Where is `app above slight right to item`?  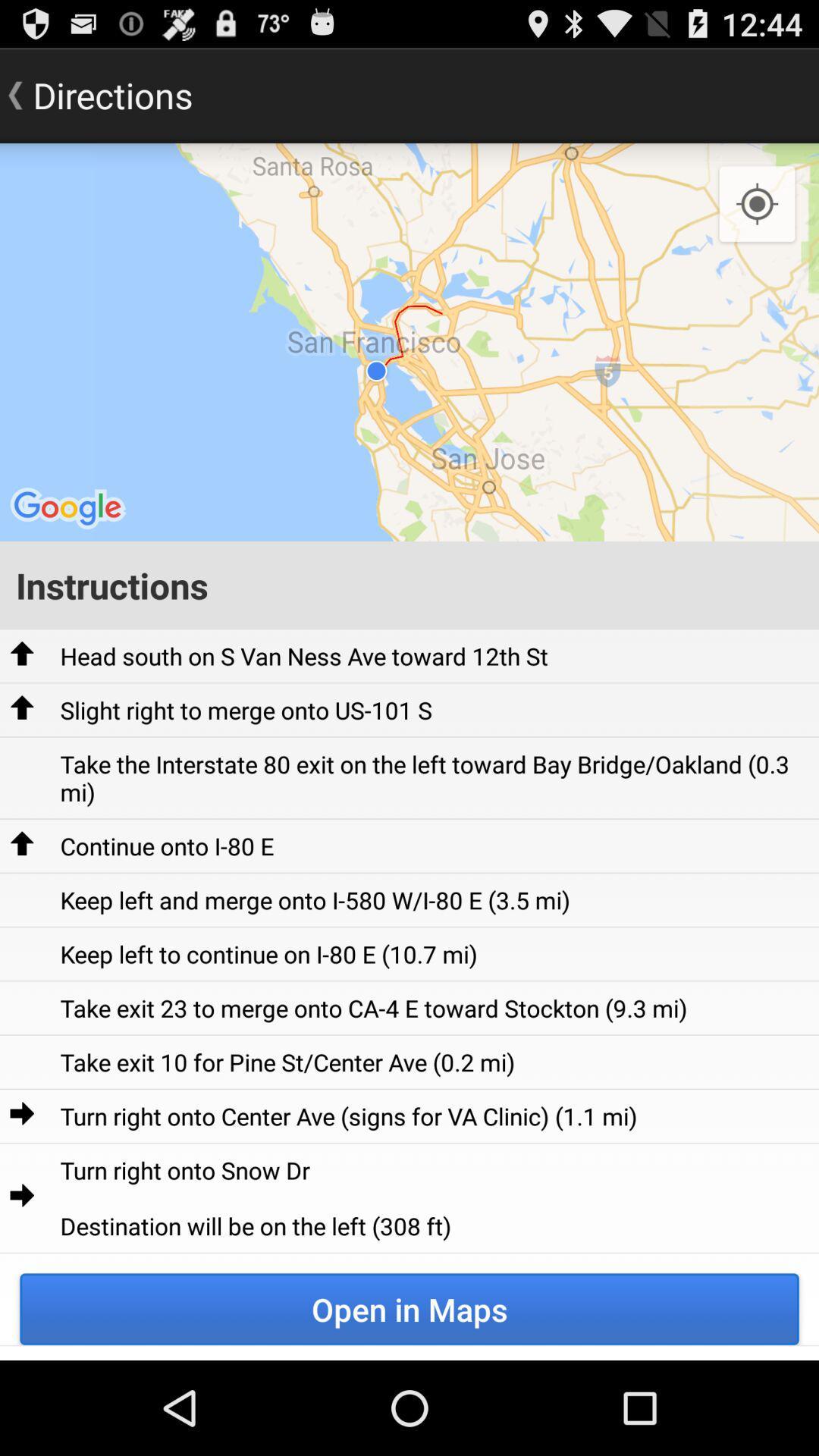 app above slight right to item is located at coordinates (304, 656).